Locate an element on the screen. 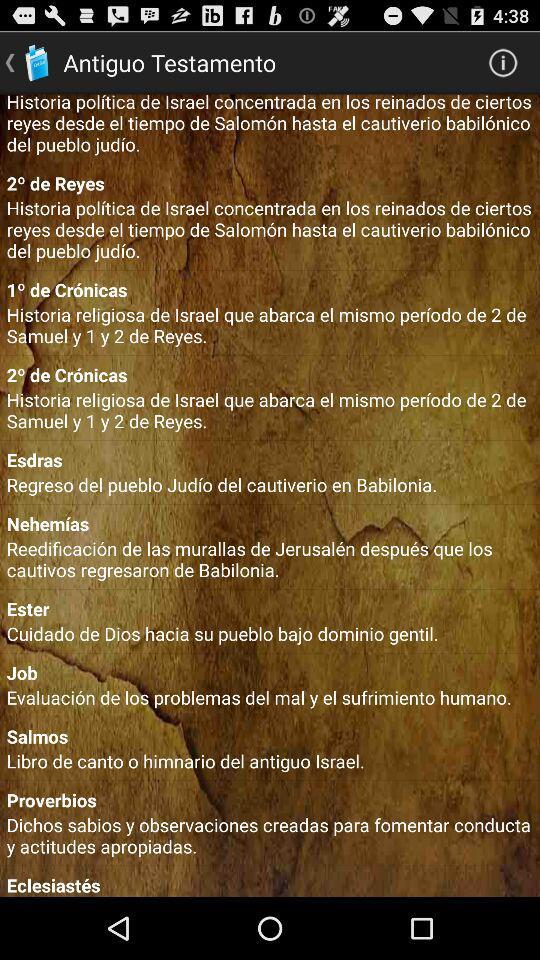 This screenshot has width=540, height=960. the esdras is located at coordinates (270, 460).